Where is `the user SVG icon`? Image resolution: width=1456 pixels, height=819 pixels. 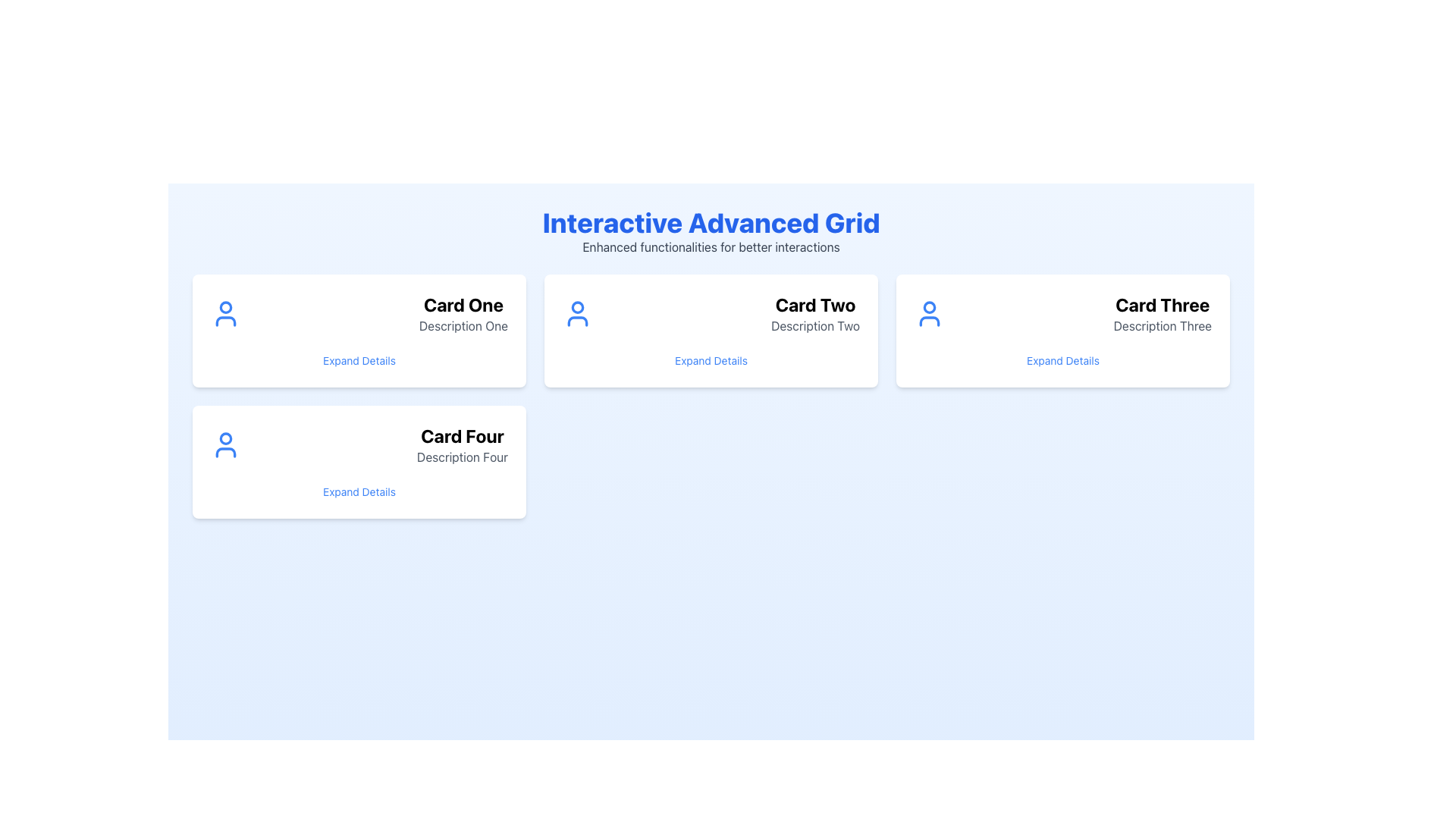
the user SVG icon is located at coordinates (224, 312).